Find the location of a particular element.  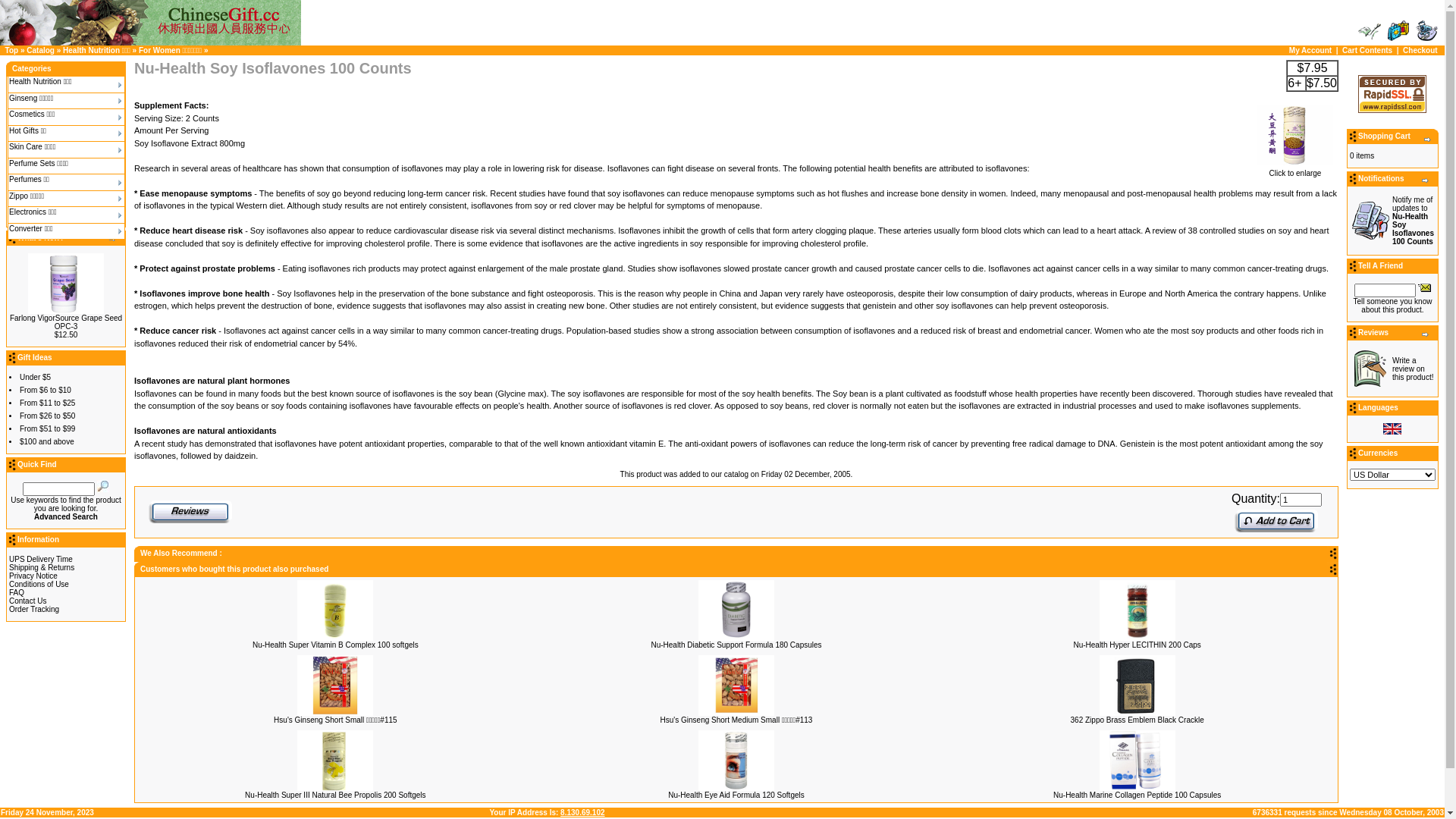

'Privacy Notice' is located at coordinates (9, 576).